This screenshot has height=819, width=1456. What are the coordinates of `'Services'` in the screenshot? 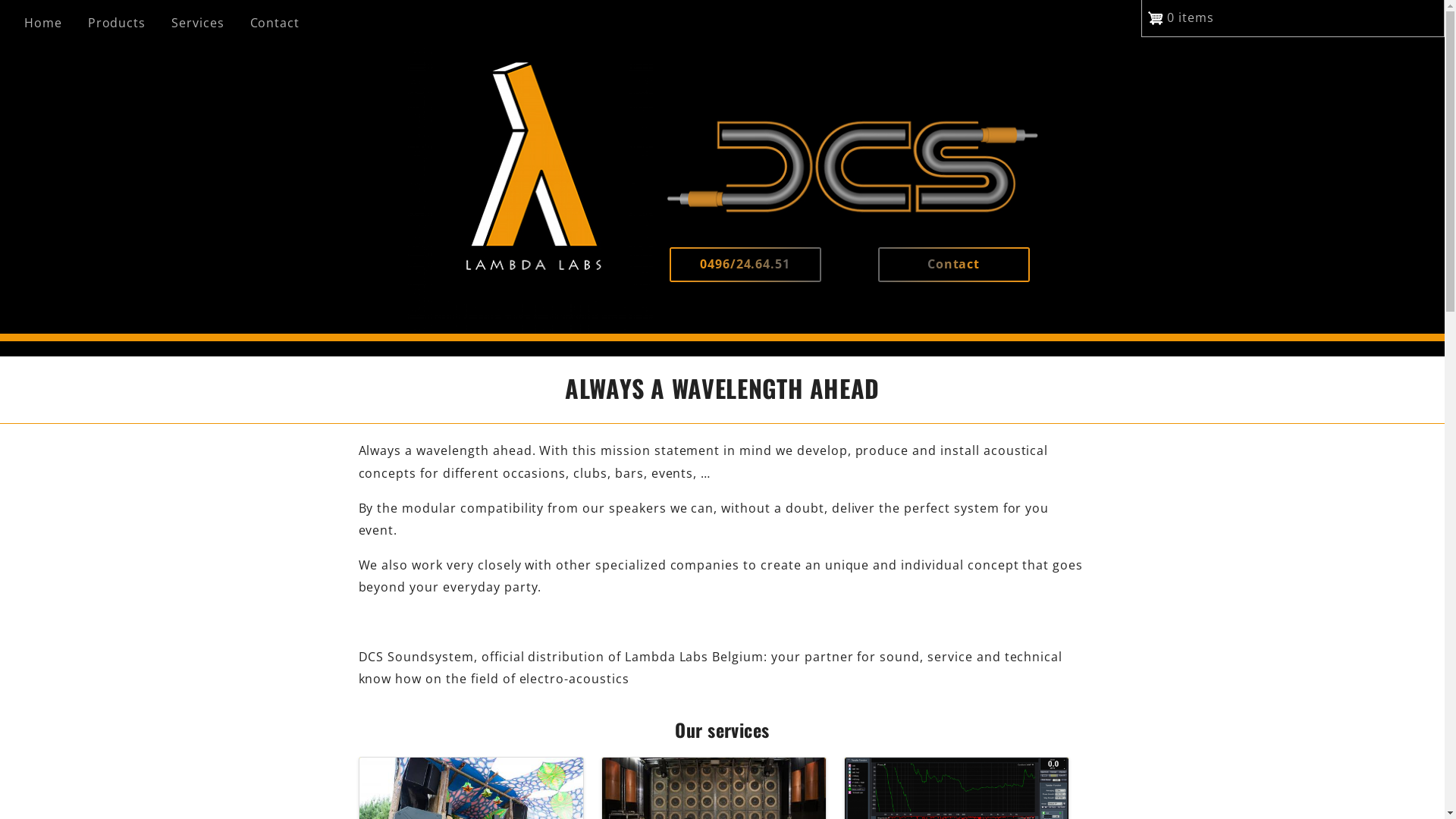 It's located at (171, 23).